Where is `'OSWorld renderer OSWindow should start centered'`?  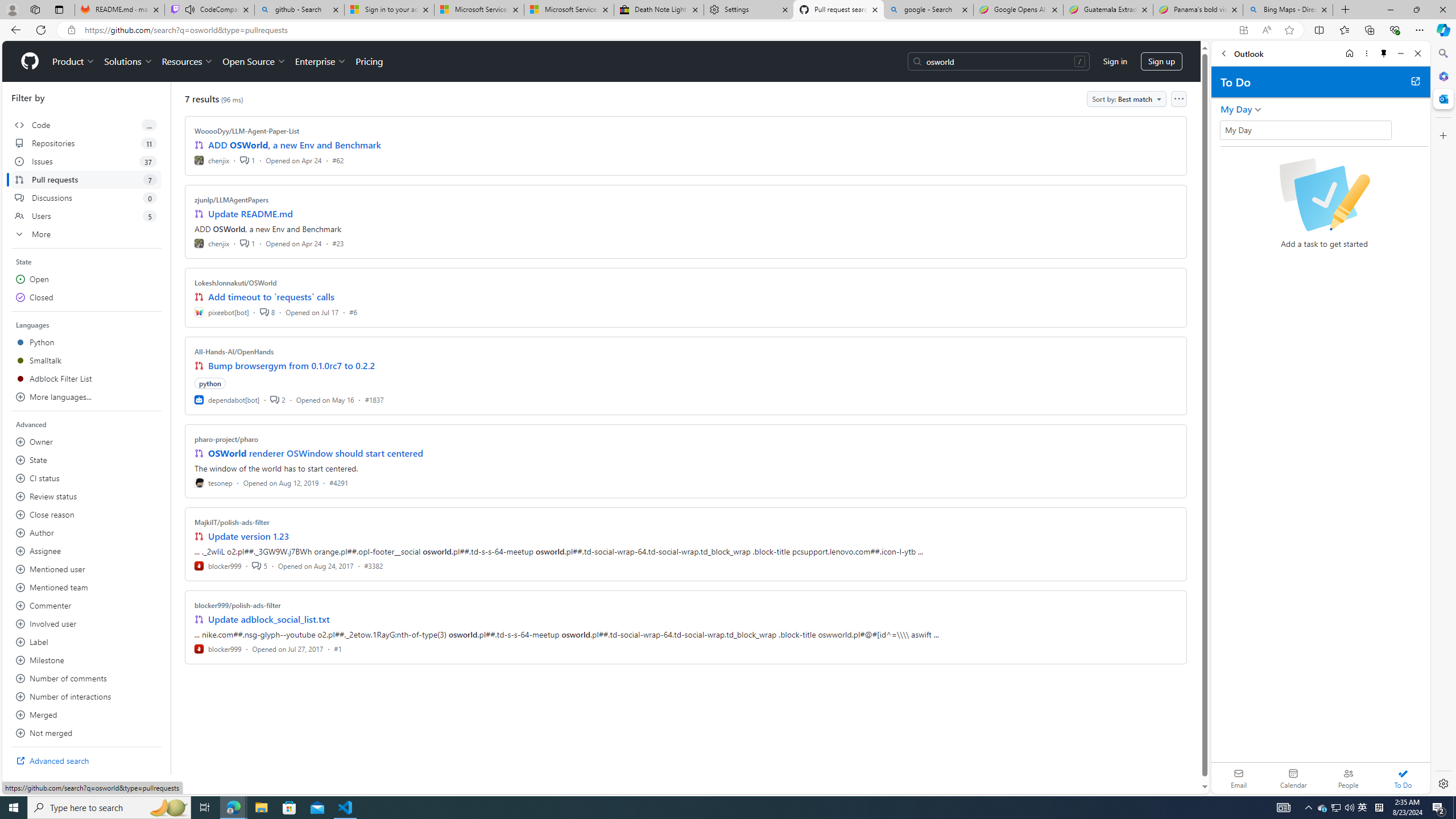
'OSWorld renderer OSWindow should start centered' is located at coordinates (315, 453).